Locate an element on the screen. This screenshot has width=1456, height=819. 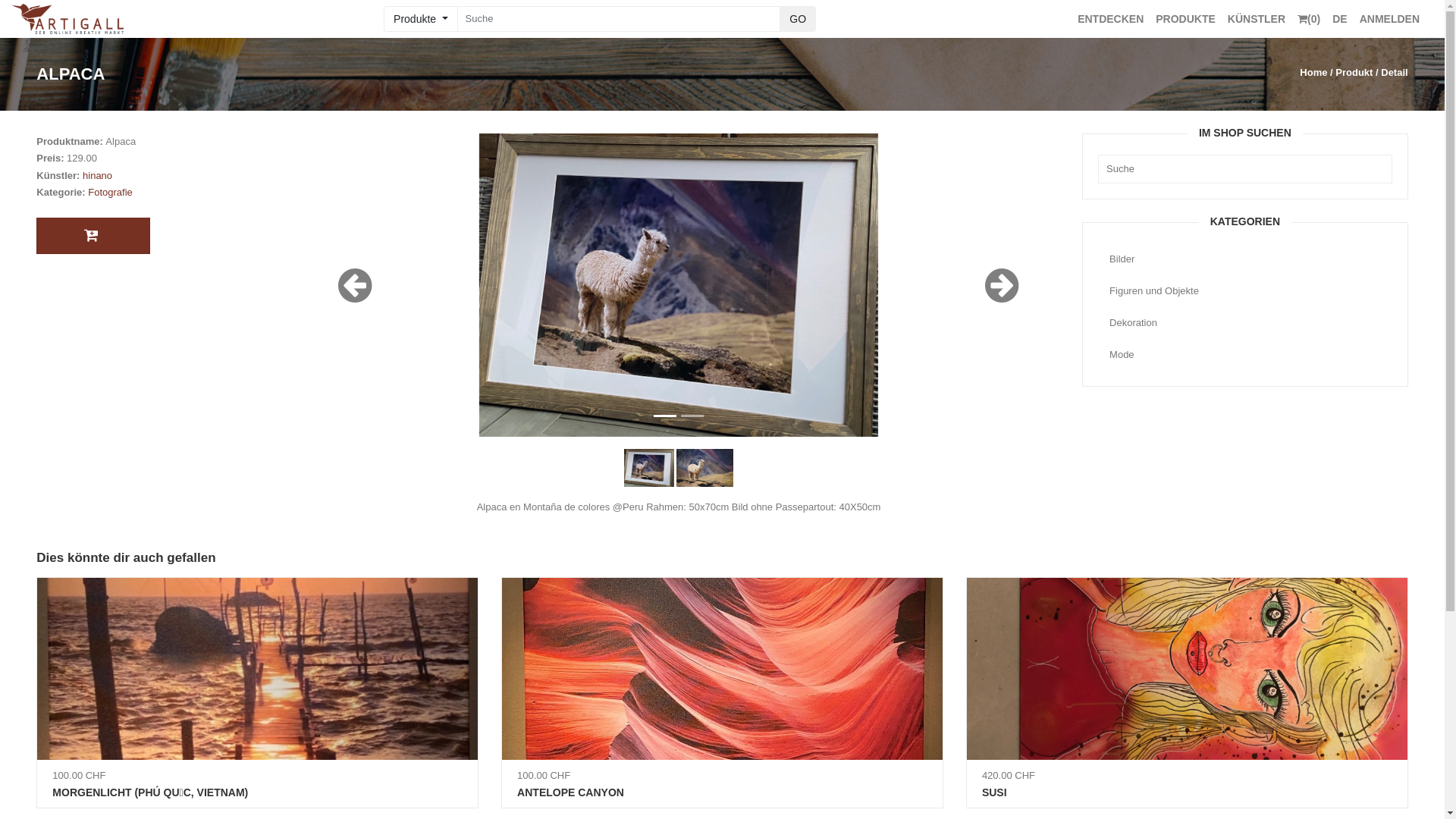
'PRODUKTE' is located at coordinates (1185, 18).